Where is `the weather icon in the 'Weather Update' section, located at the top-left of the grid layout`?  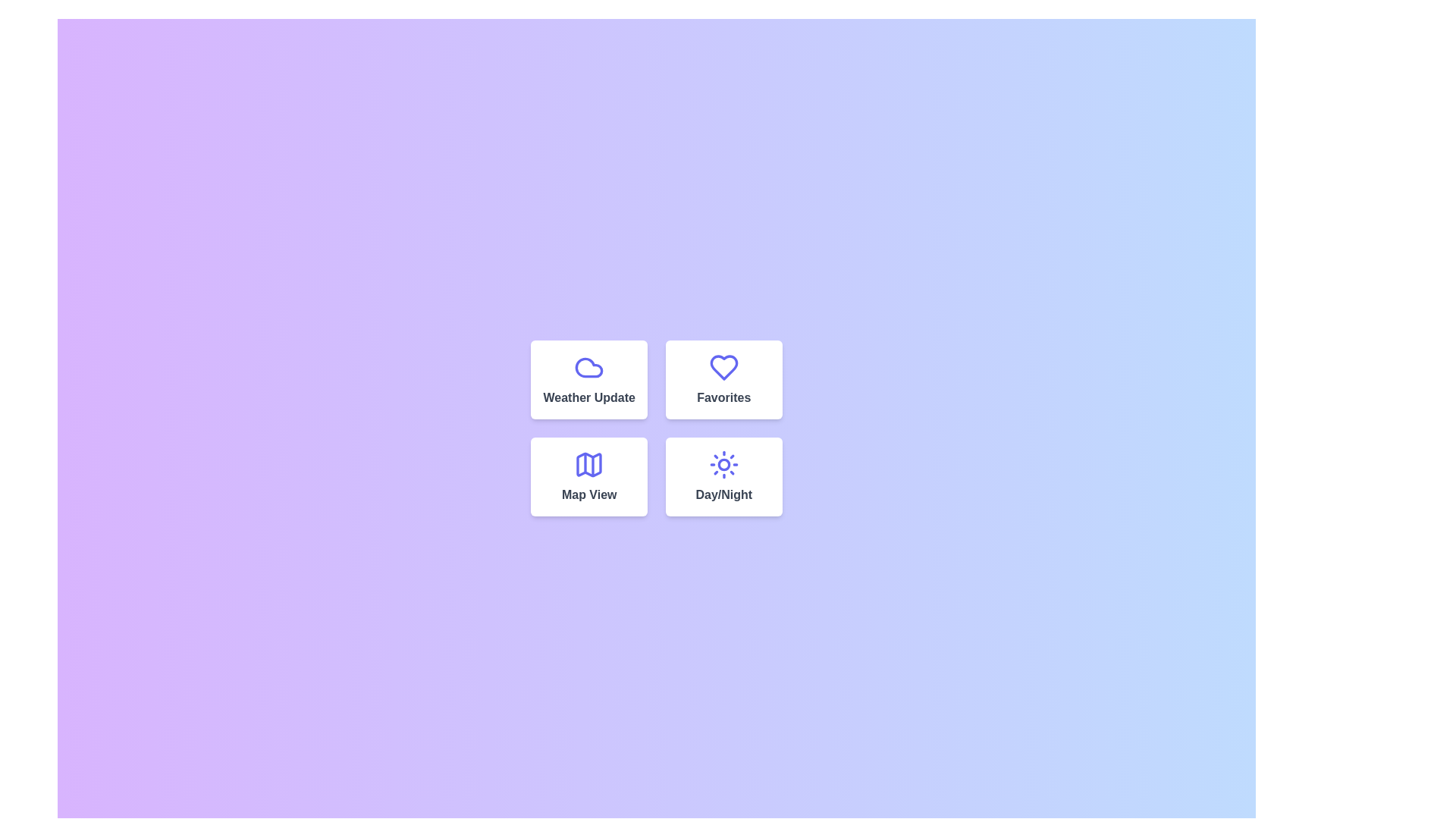 the weather icon in the 'Weather Update' section, located at the top-left of the grid layout is located at coordinates (588, 368).